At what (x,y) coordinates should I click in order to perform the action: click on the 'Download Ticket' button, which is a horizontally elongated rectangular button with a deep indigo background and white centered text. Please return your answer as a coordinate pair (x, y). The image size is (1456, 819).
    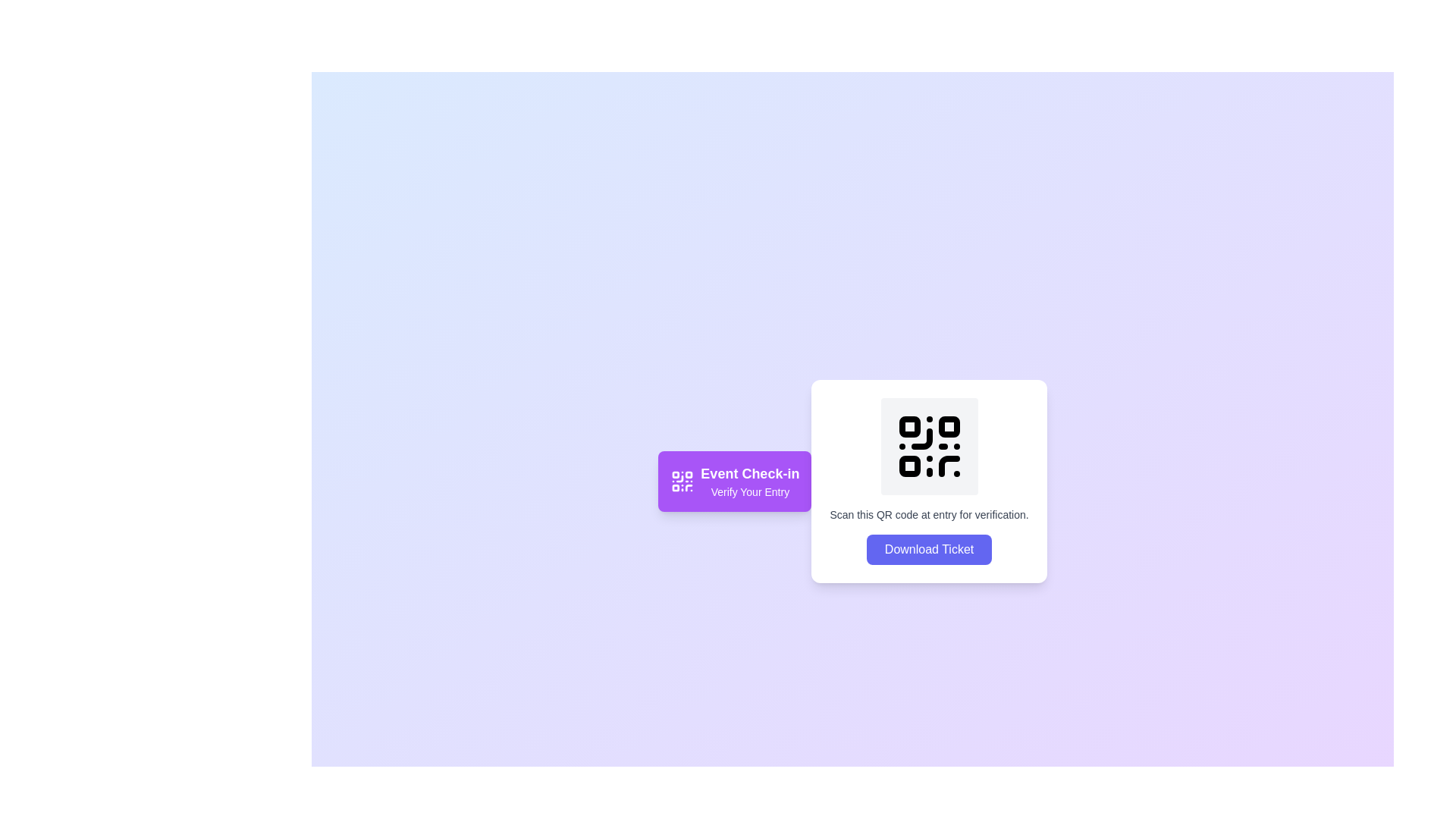
    Looking at the image, I should click on (928, 550).